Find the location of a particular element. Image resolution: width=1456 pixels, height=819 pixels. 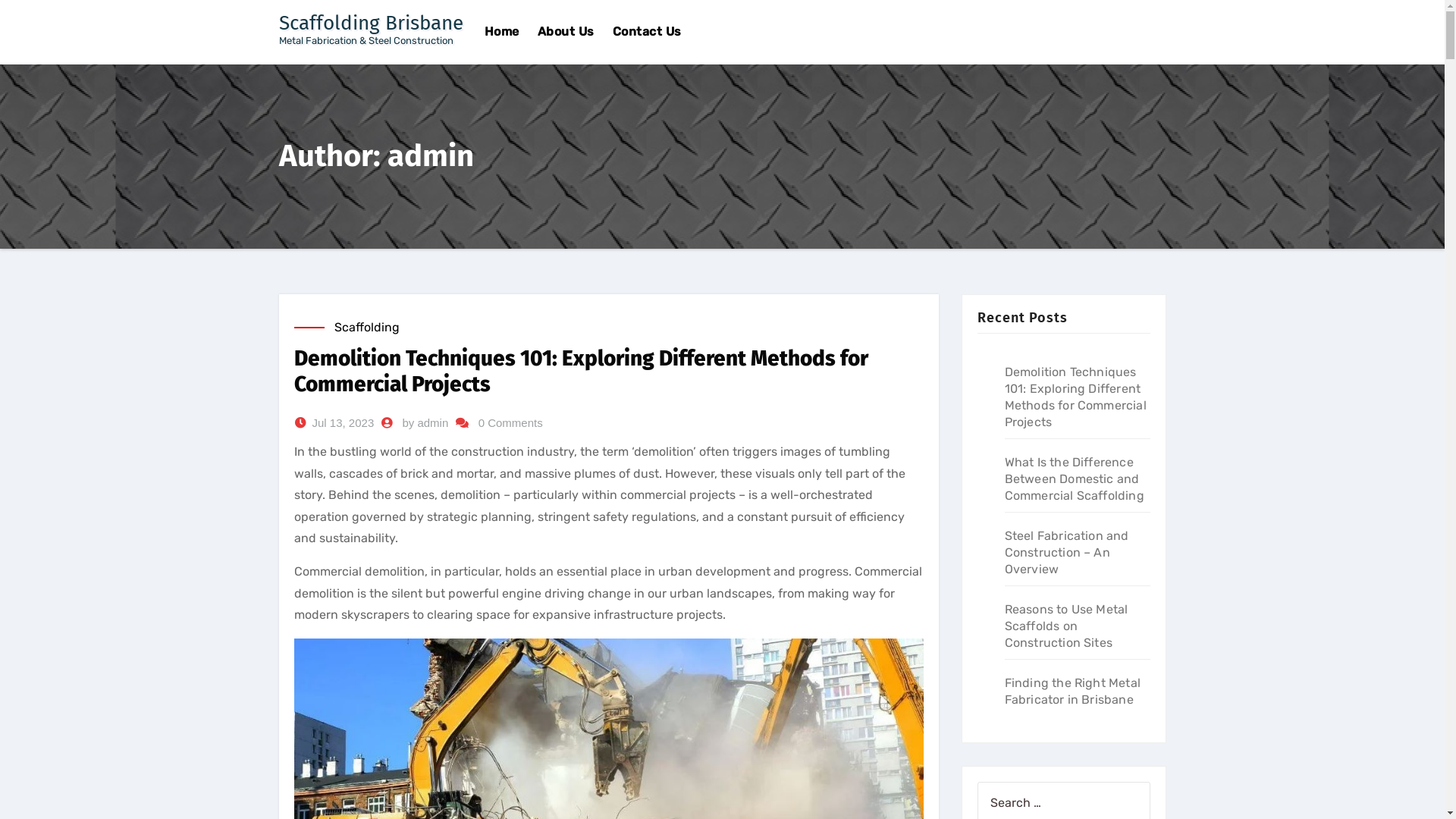

'Scaffolding Brisbane' is located at coordinates (279, 23).